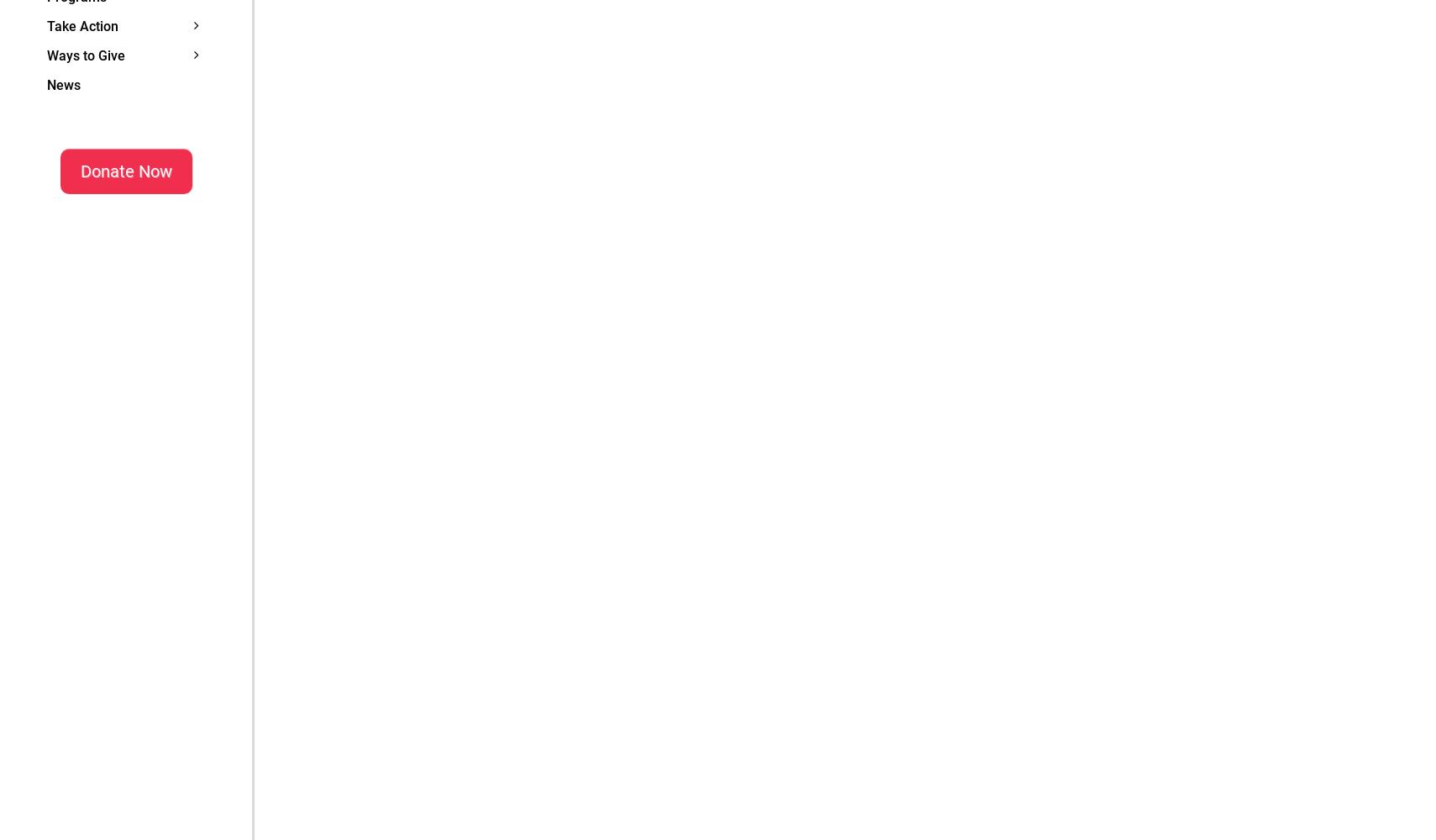 Image resolution: width=1436 pixels, height=840 pixels. I want to click on 'Our Partners', so click(278, 76).